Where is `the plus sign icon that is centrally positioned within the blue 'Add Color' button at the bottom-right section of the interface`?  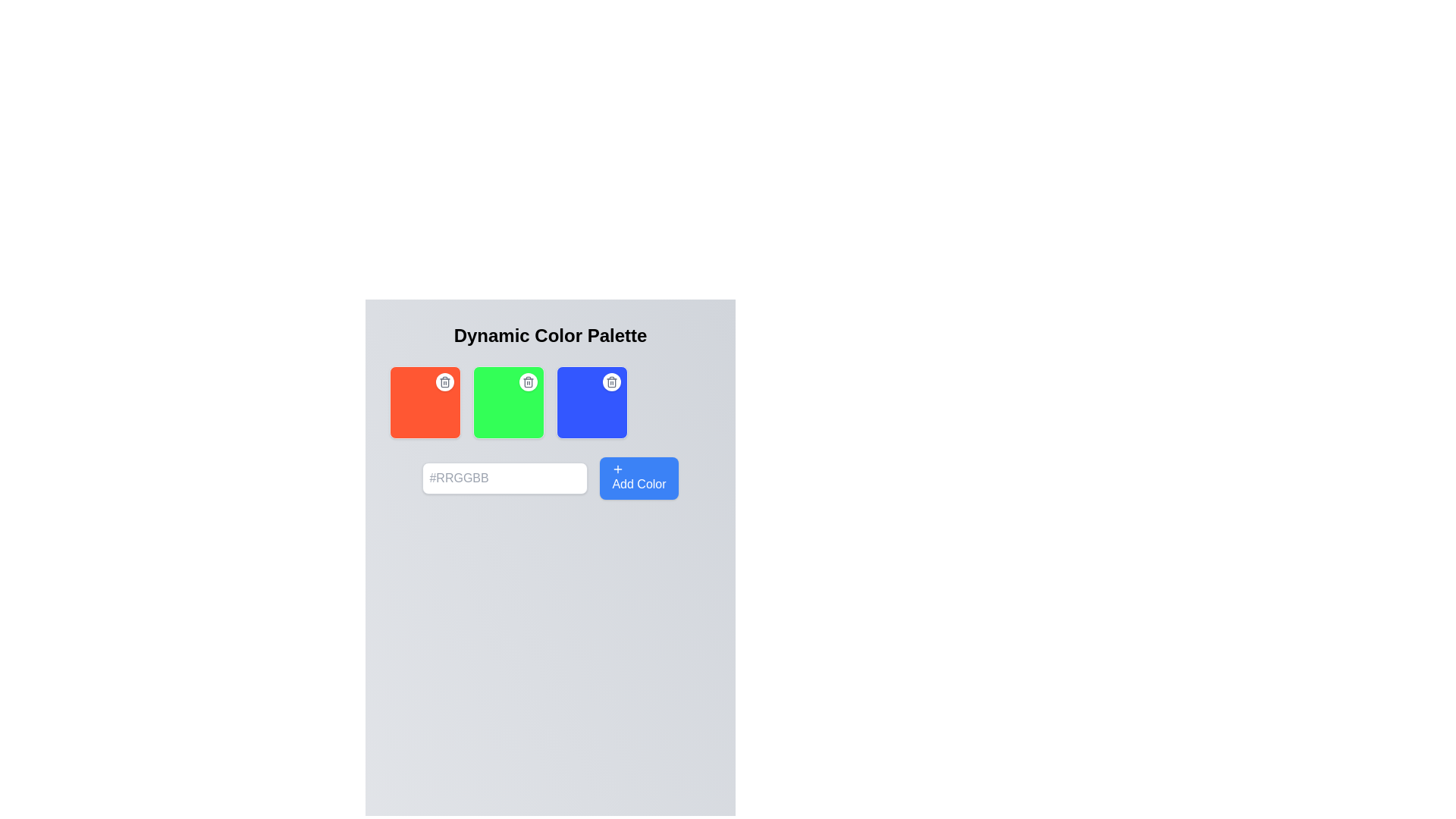
the plus sign icon that is centrally positioned within the blue 'Add Color' button at the bottom-right section of the interface is located at coordinates (618, 468).